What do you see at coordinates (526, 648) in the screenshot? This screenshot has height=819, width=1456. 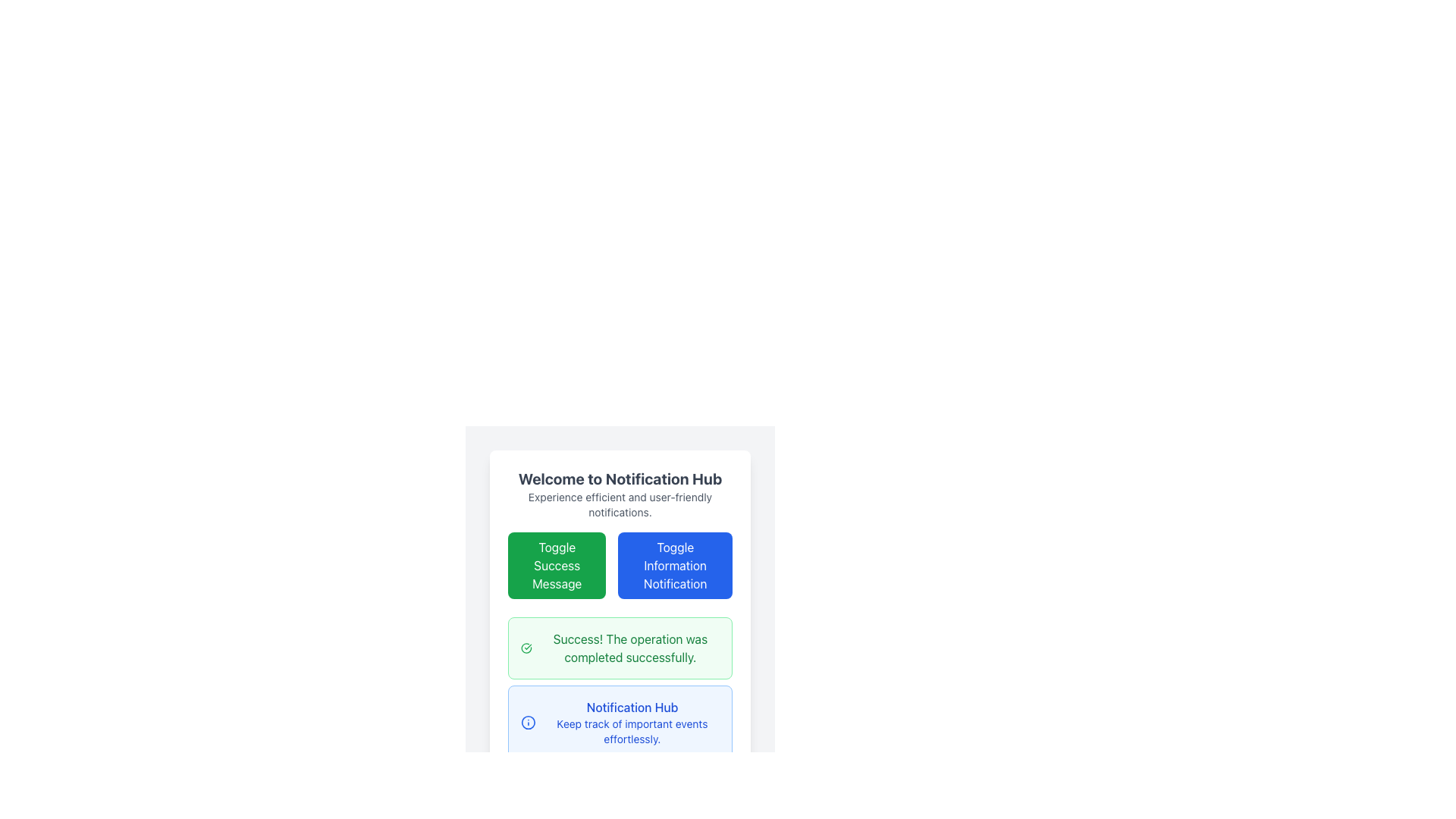 I see `the green circular icon with a checkmark located in the top-left corner of the notification banner that displays a success message` at bounding box center [526, 648].